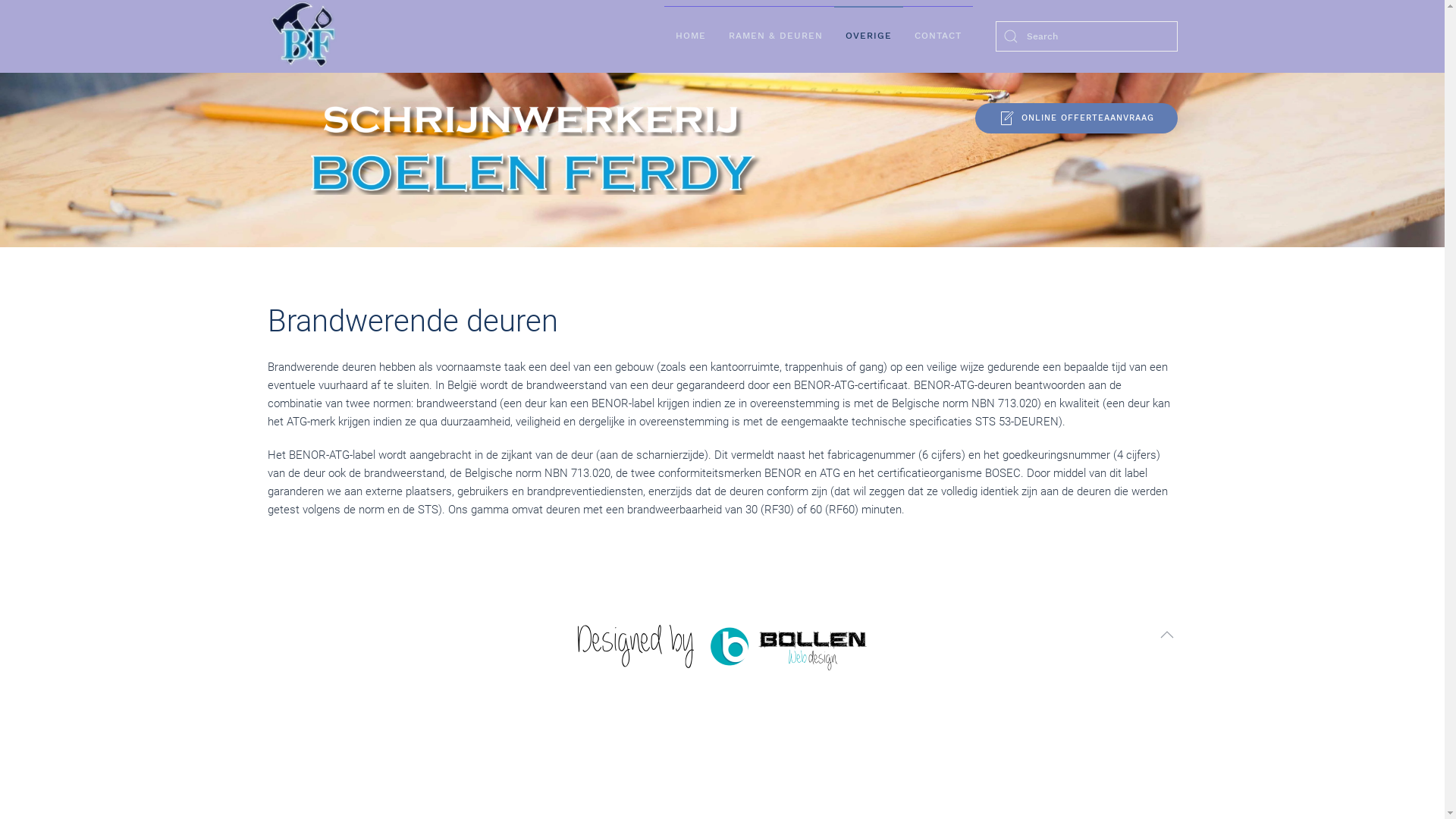  I want to click on 'OVERIGE', so click(868, 35).